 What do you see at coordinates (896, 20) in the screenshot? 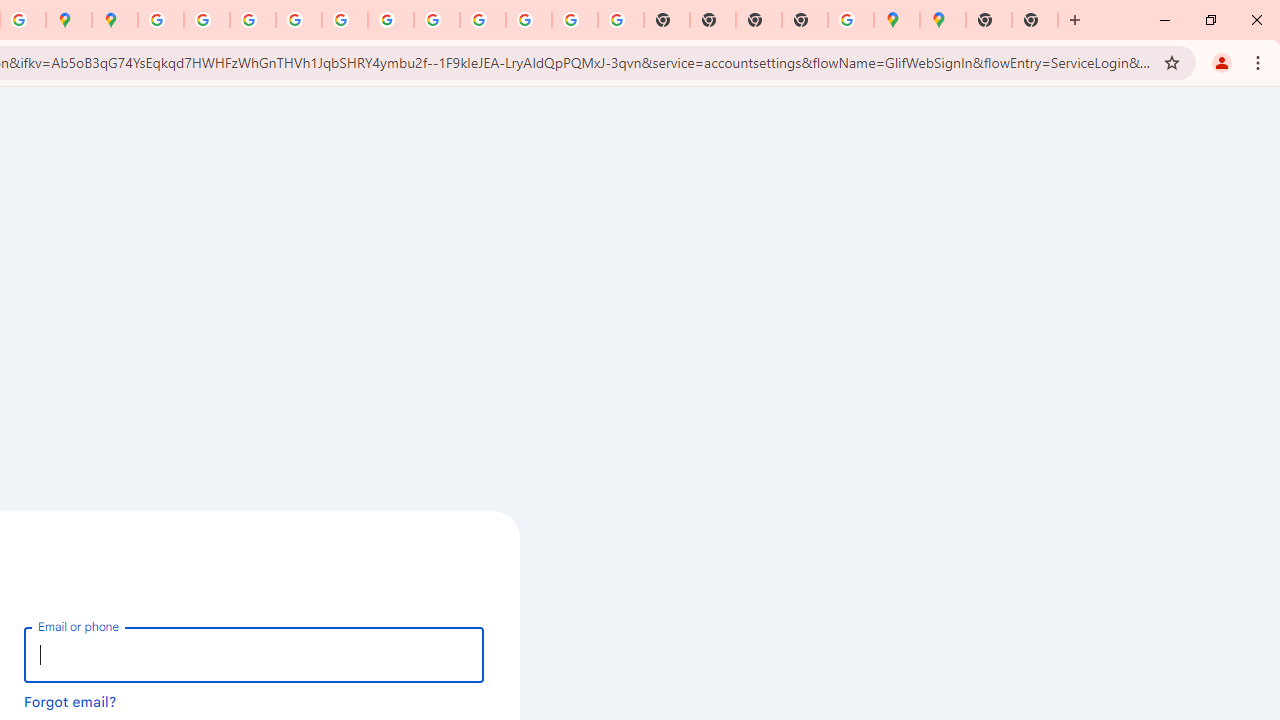
I see `'Google Maps'` at bounding box center [896, 20].